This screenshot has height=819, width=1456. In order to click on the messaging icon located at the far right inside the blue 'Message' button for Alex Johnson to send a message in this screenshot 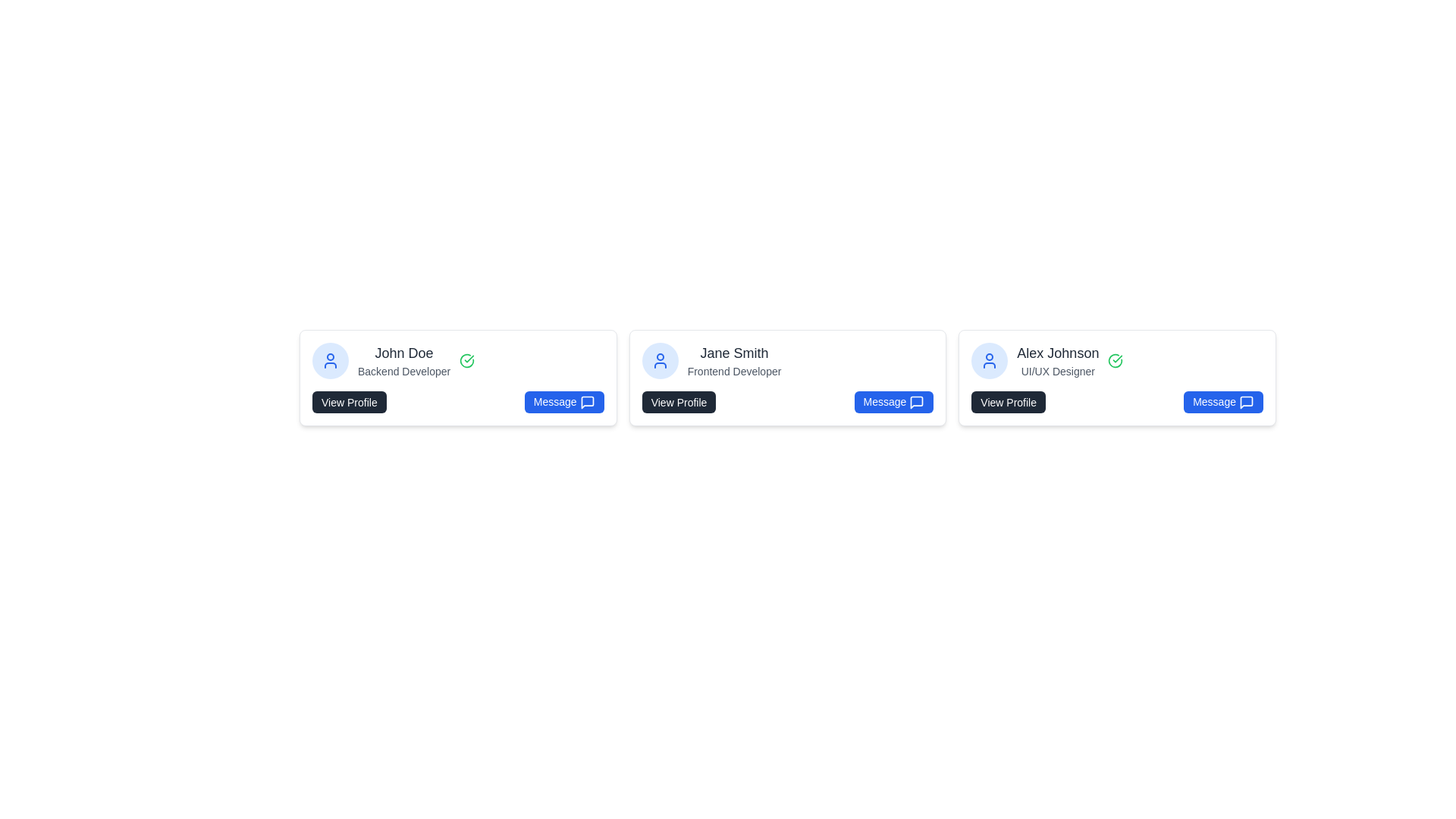, I will do `click(1246, 402)`.